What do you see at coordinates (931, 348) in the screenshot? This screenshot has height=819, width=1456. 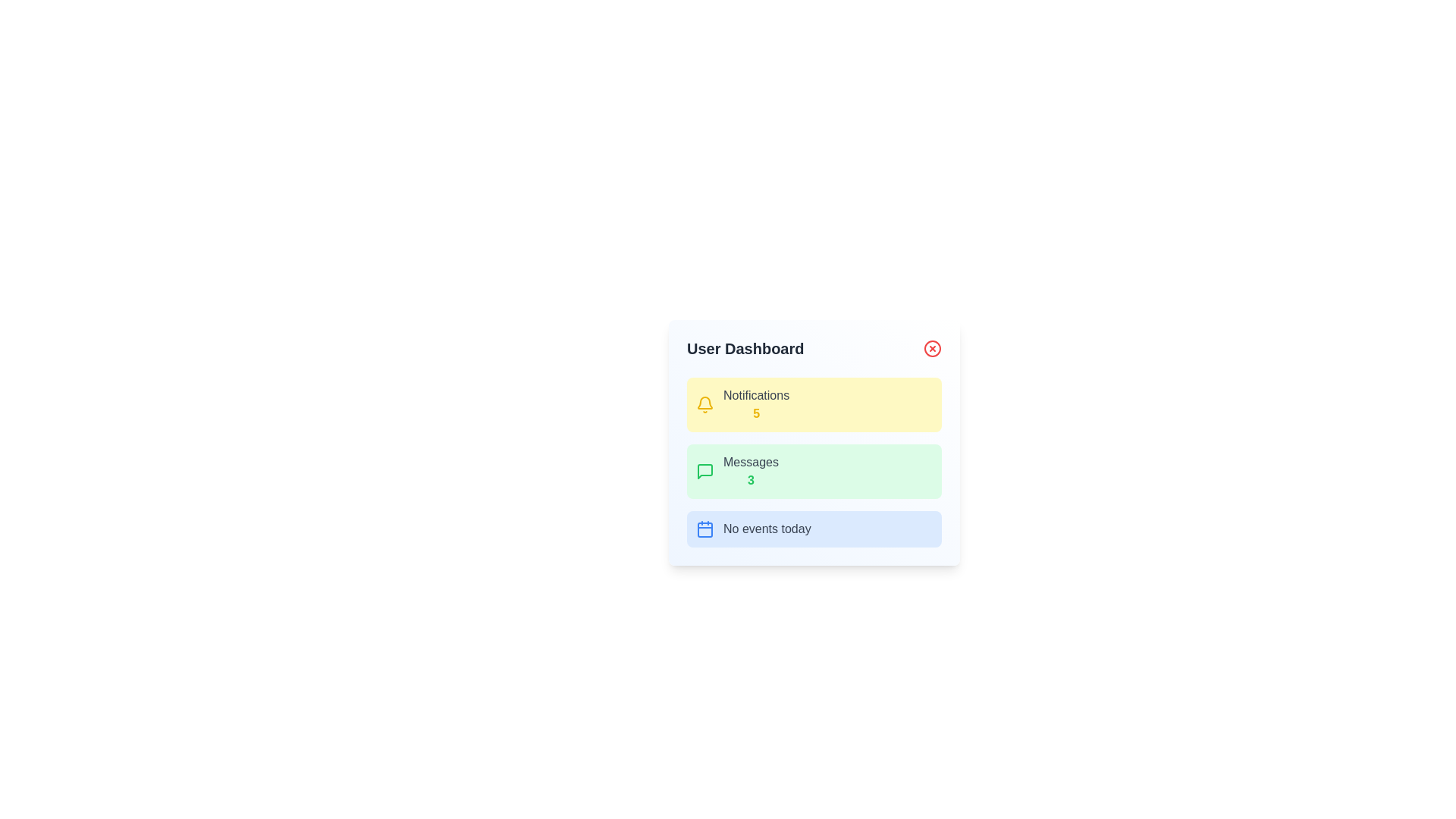 I see `the close button located at the far right of the header section titled 'User Dashboard'` at bounding box center [931, 348].